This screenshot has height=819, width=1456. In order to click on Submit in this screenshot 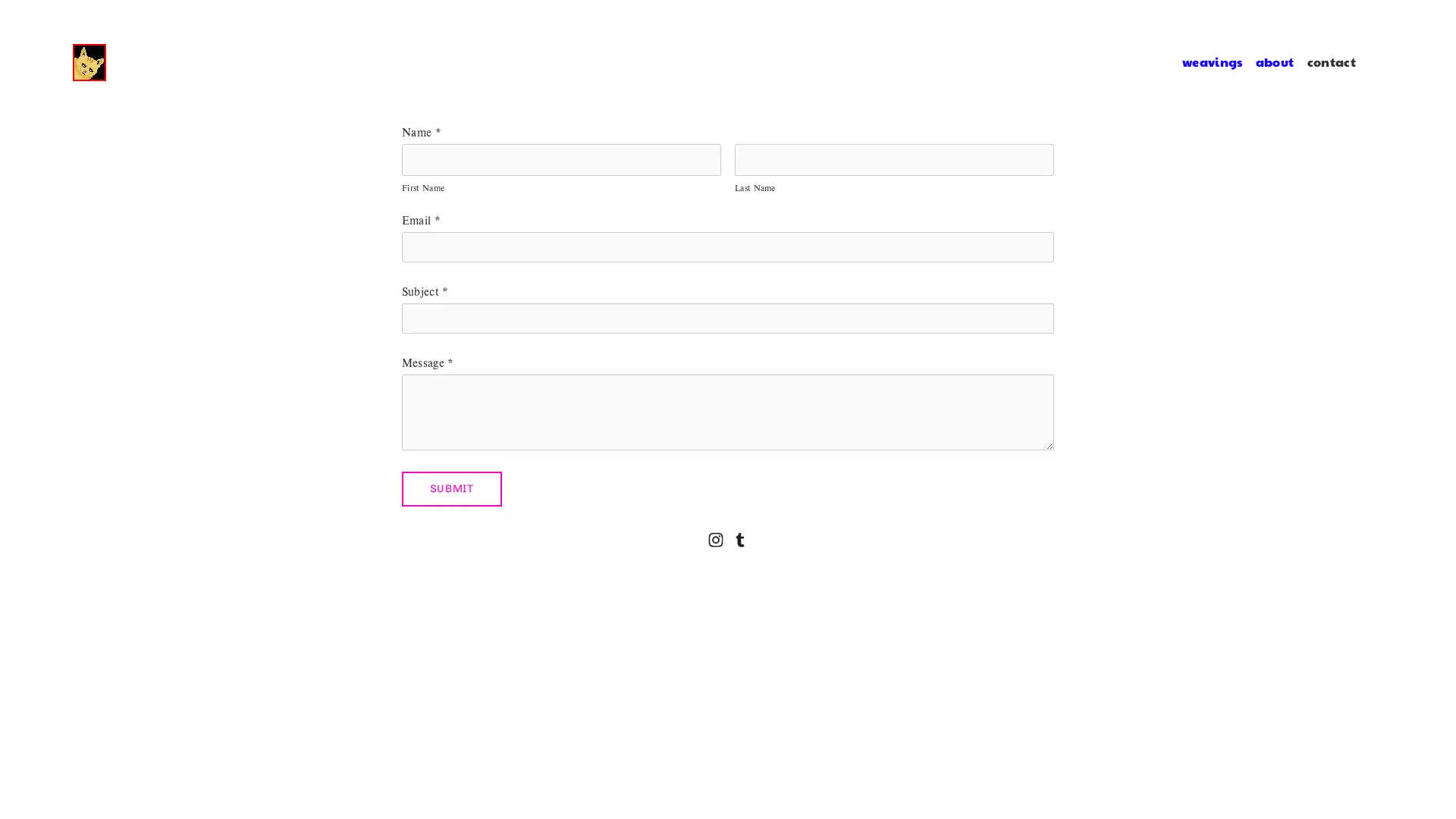, I will do `click(450, 488)`.